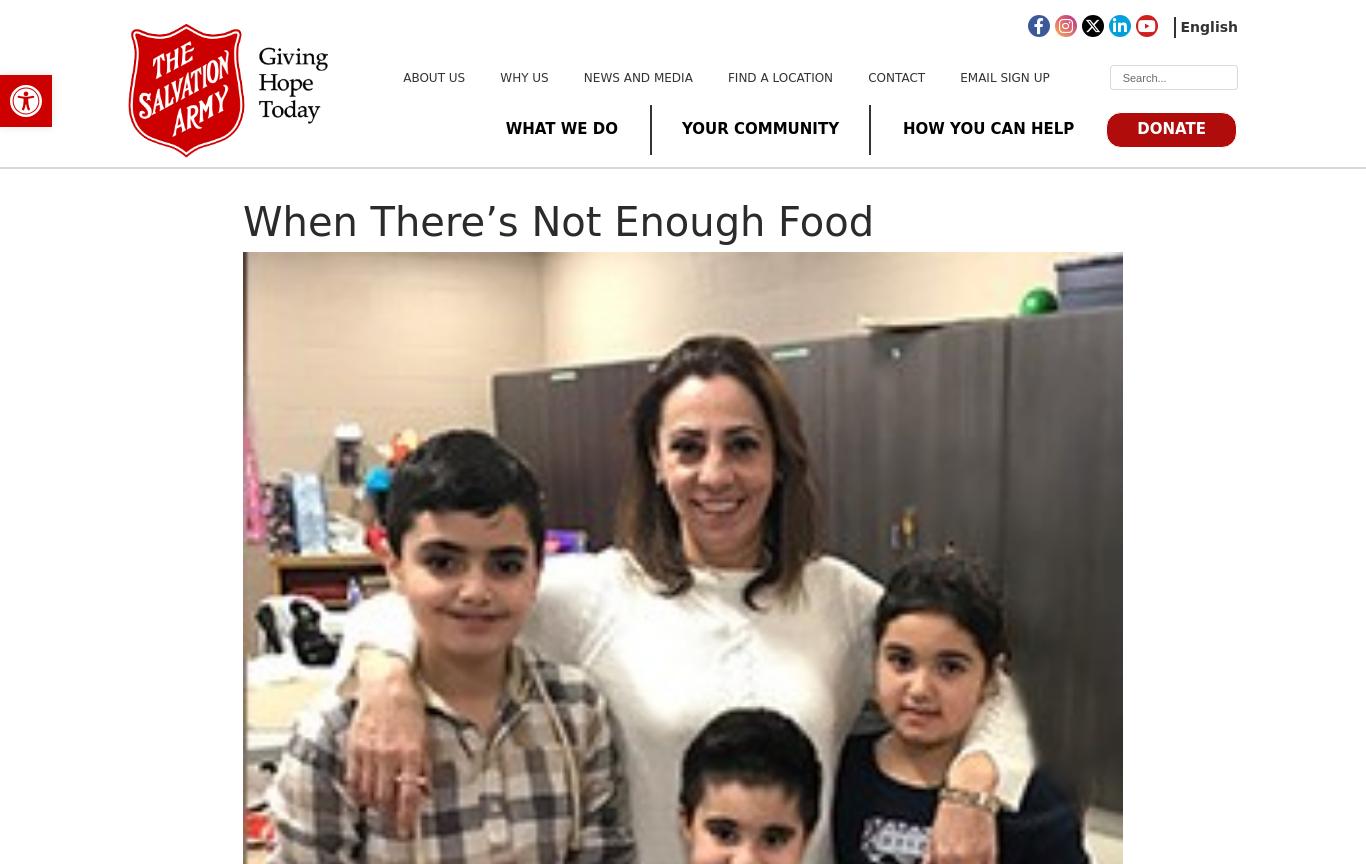  I want to click on 'International Support', so click(933, 173).